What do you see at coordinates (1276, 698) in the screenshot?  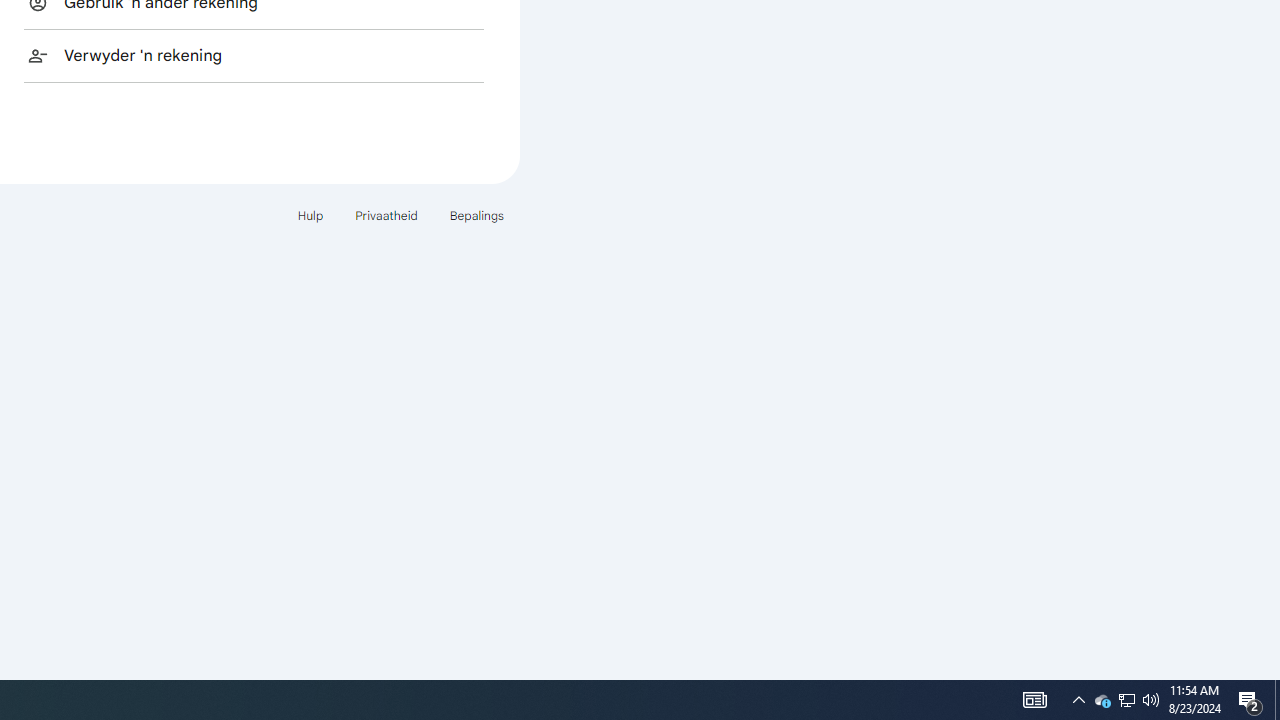 I see `'Show desktop'` at bounding box center [1276, 698].